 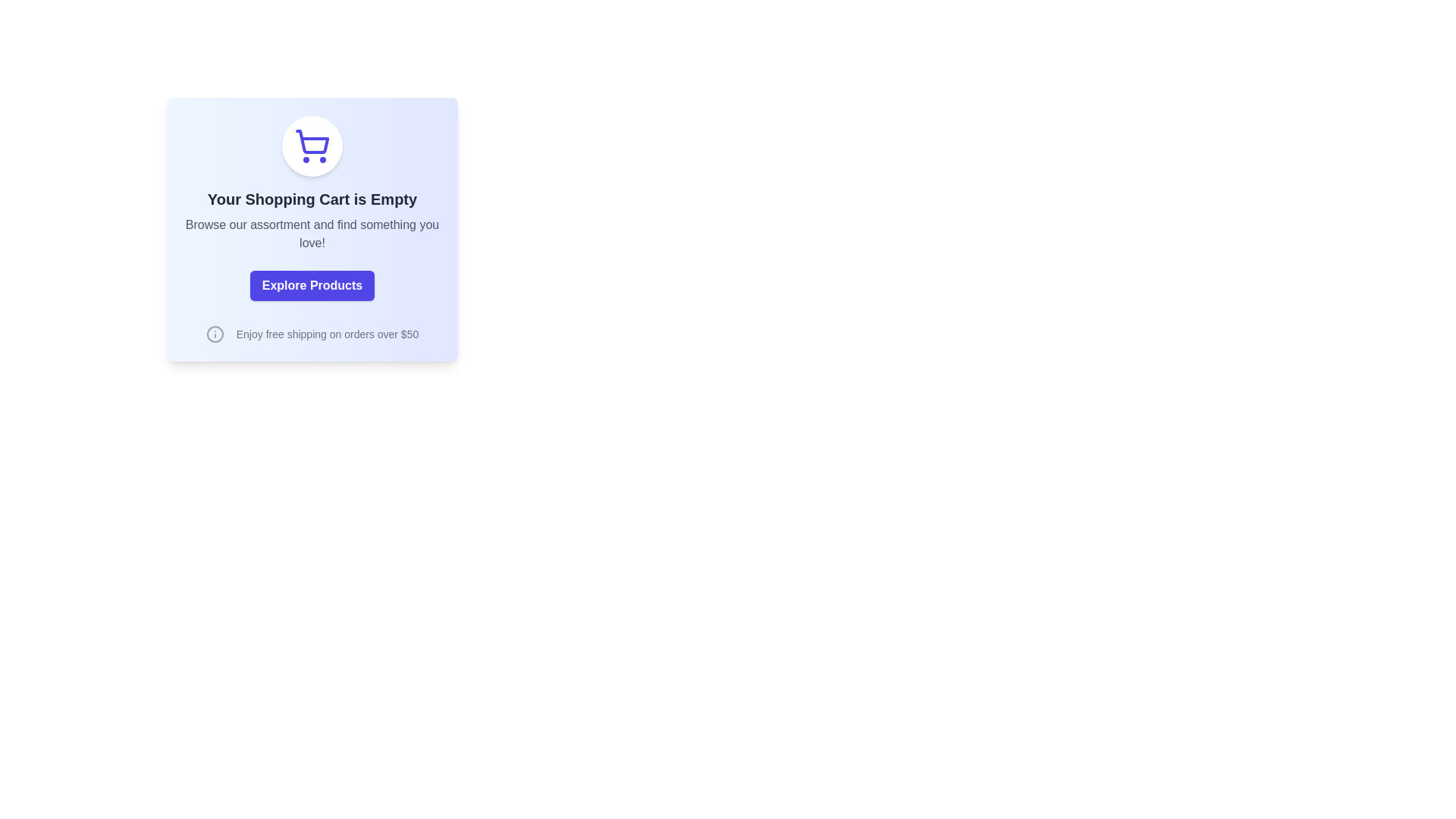 I want to click on the 'Explore Products' button, which is a blue-indigo button with white text and a shadow effect, located prominently within a card layout, so click(x=312, y=286).